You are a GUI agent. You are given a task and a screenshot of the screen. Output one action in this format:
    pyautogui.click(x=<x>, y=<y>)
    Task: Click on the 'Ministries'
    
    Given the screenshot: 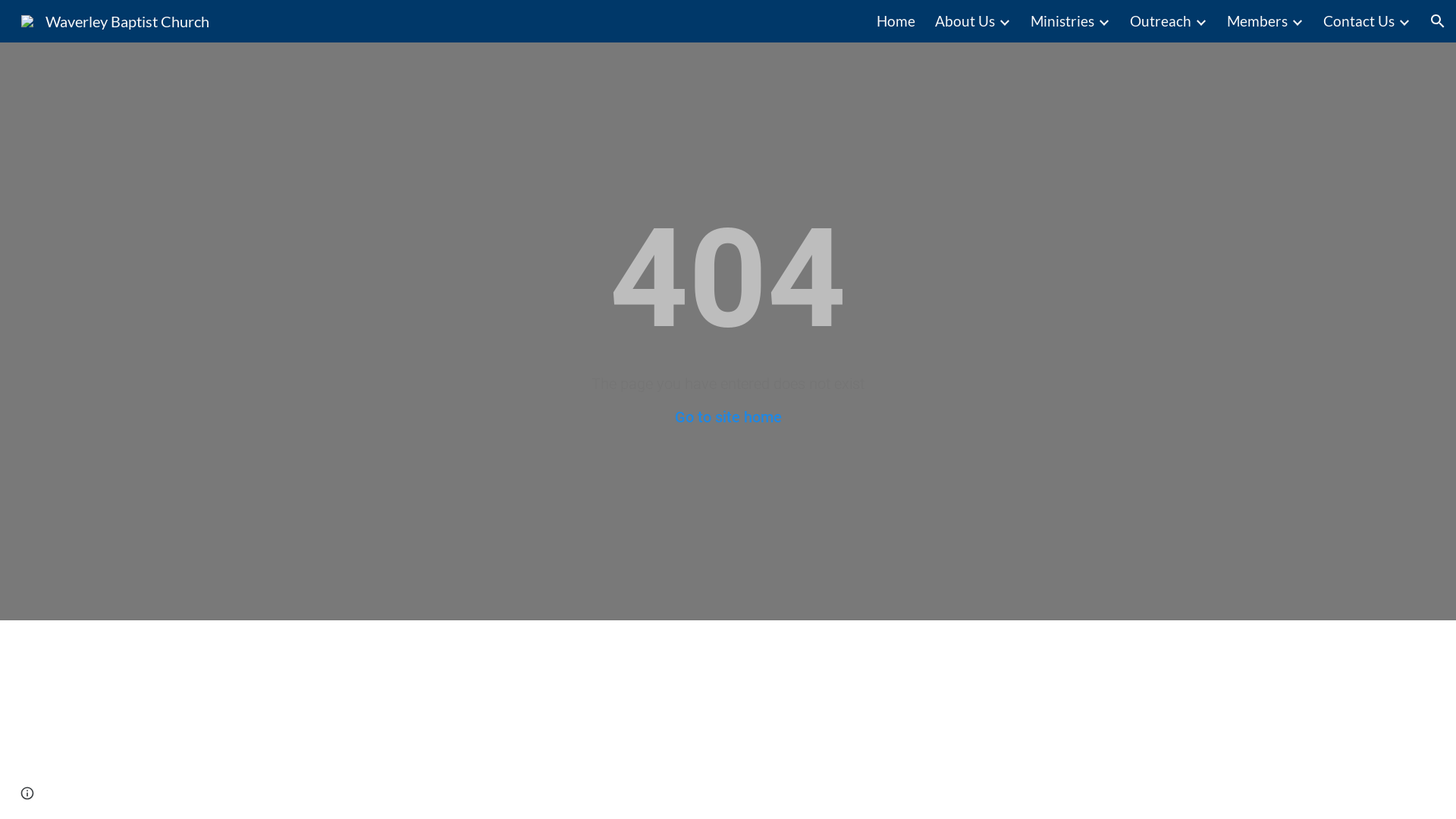 What is the action you would take?
    pyautogui.click(x=1030, y=20)
    